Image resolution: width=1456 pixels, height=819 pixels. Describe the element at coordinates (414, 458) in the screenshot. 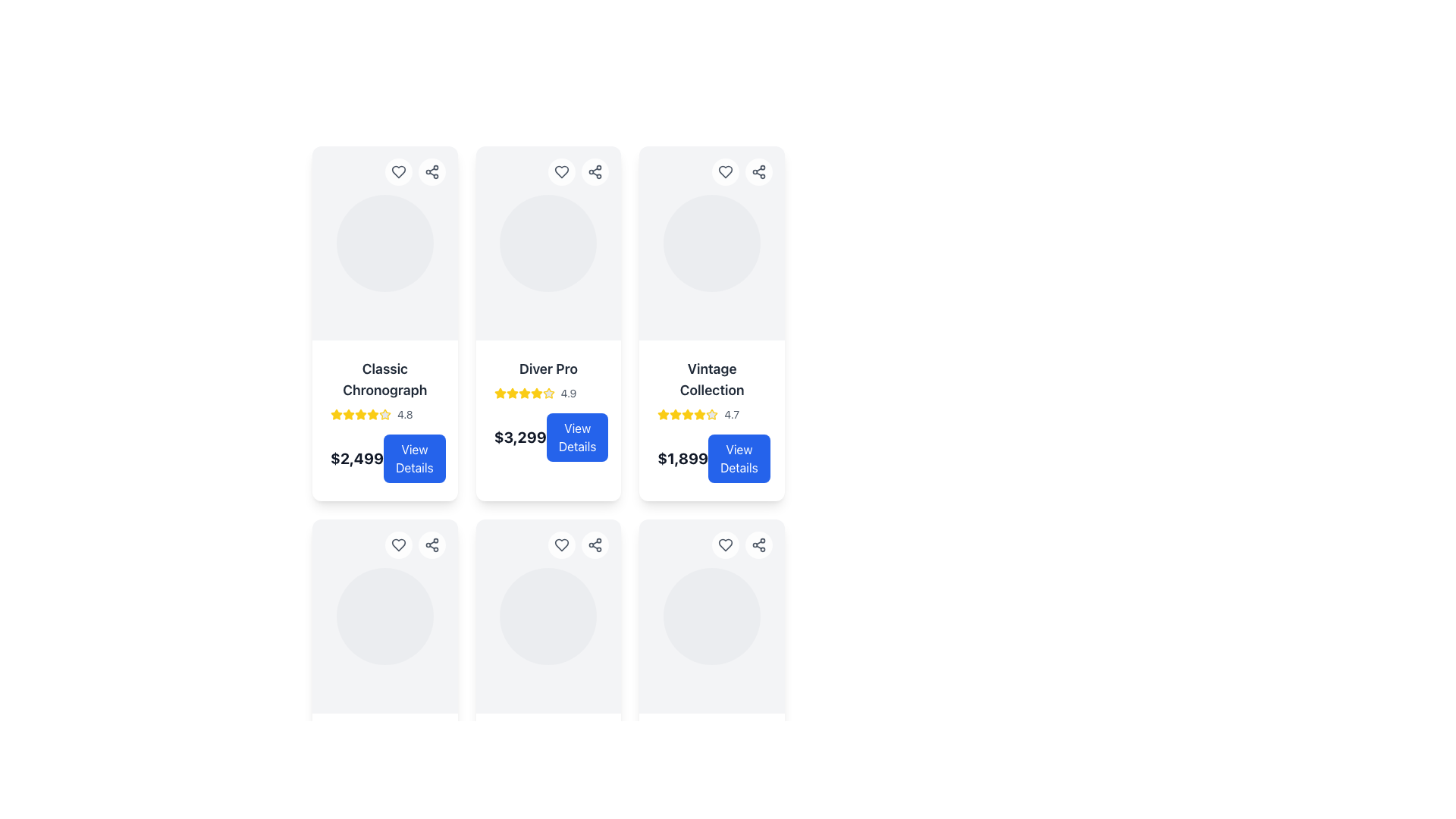

I see `the button located at the lower-right corner of the card displaying information for the 'Classic Chronograph' item` at that location.